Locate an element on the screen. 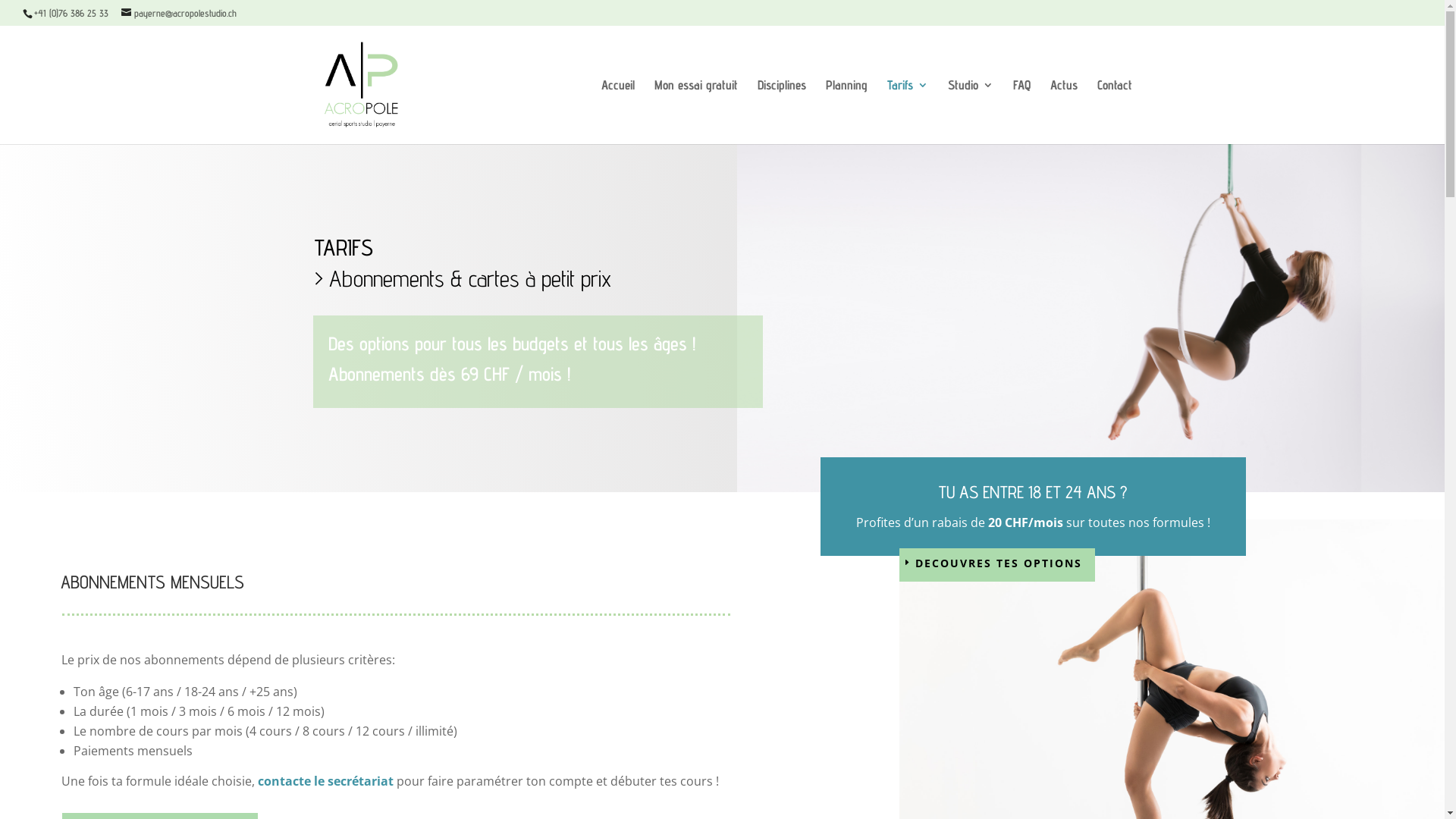 This screenshot has width=1456, height=819. 'Accueil' is located at coordinates (617, 110).